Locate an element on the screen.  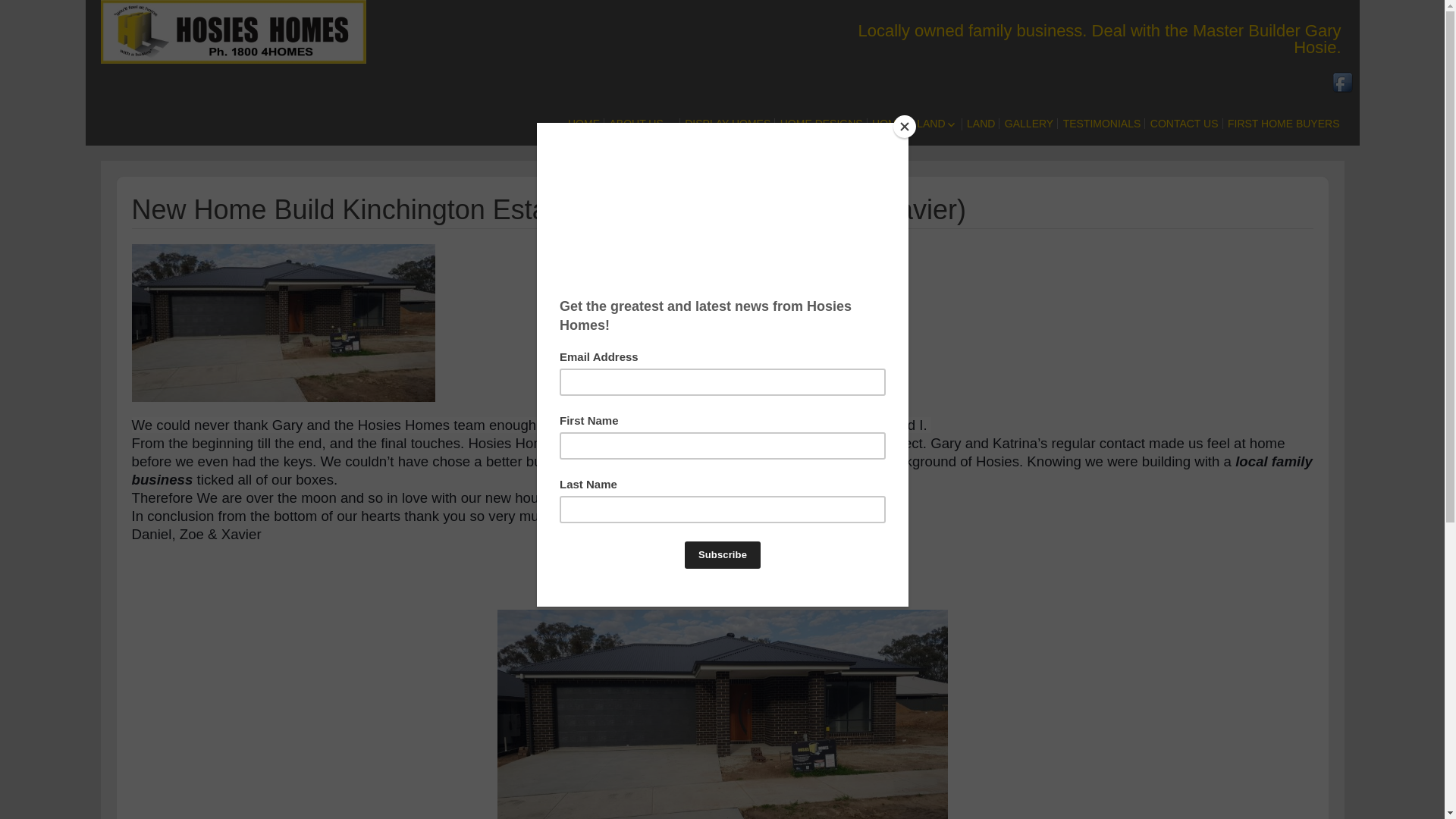
'MEET OUR TEAM' is located at coordinates (692, 157).